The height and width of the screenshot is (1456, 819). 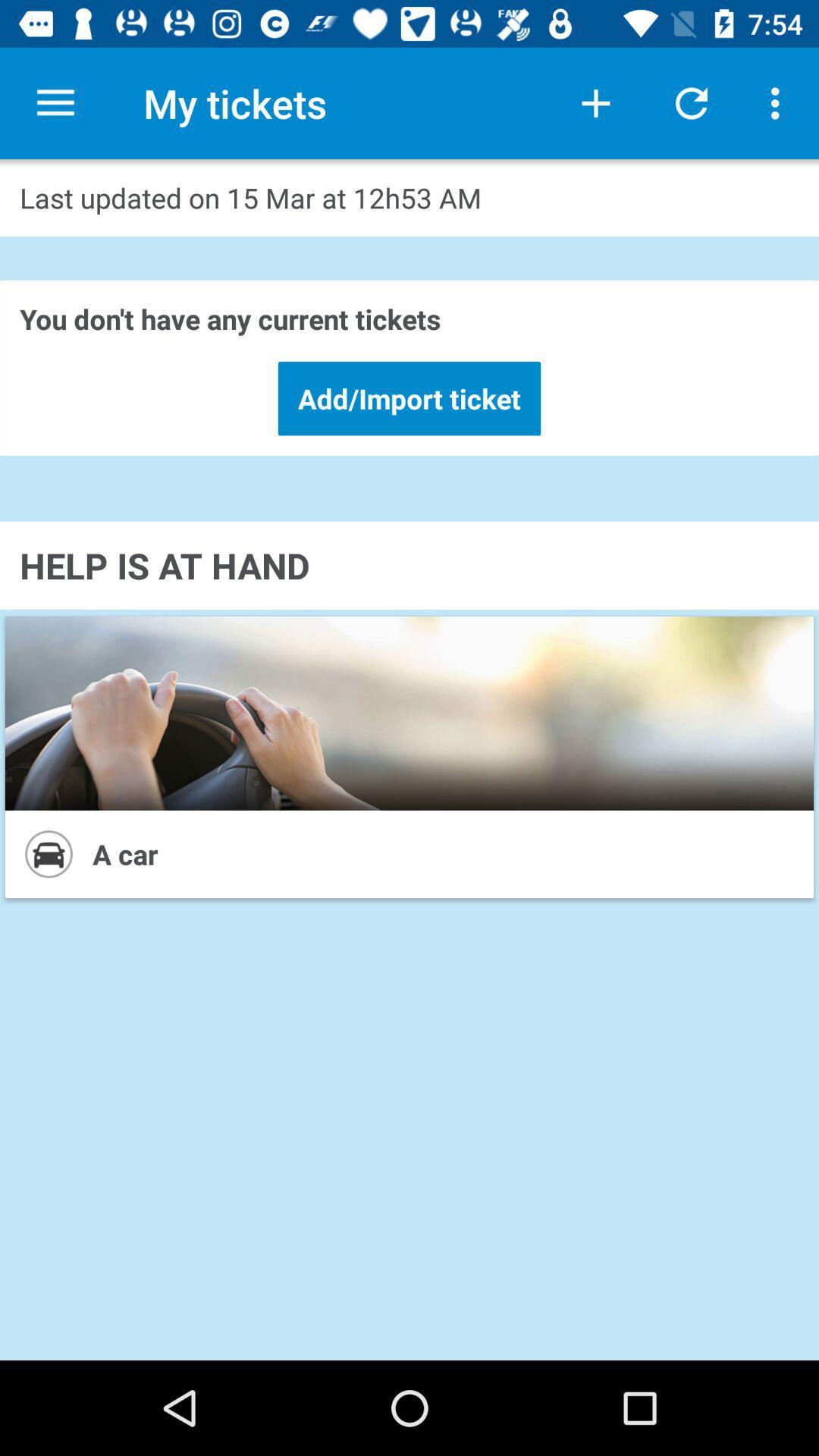 What do you see at coordinates (409, 398) in the screenshot?
I see `icon above the help is at item` at bounding box center [409, 398].